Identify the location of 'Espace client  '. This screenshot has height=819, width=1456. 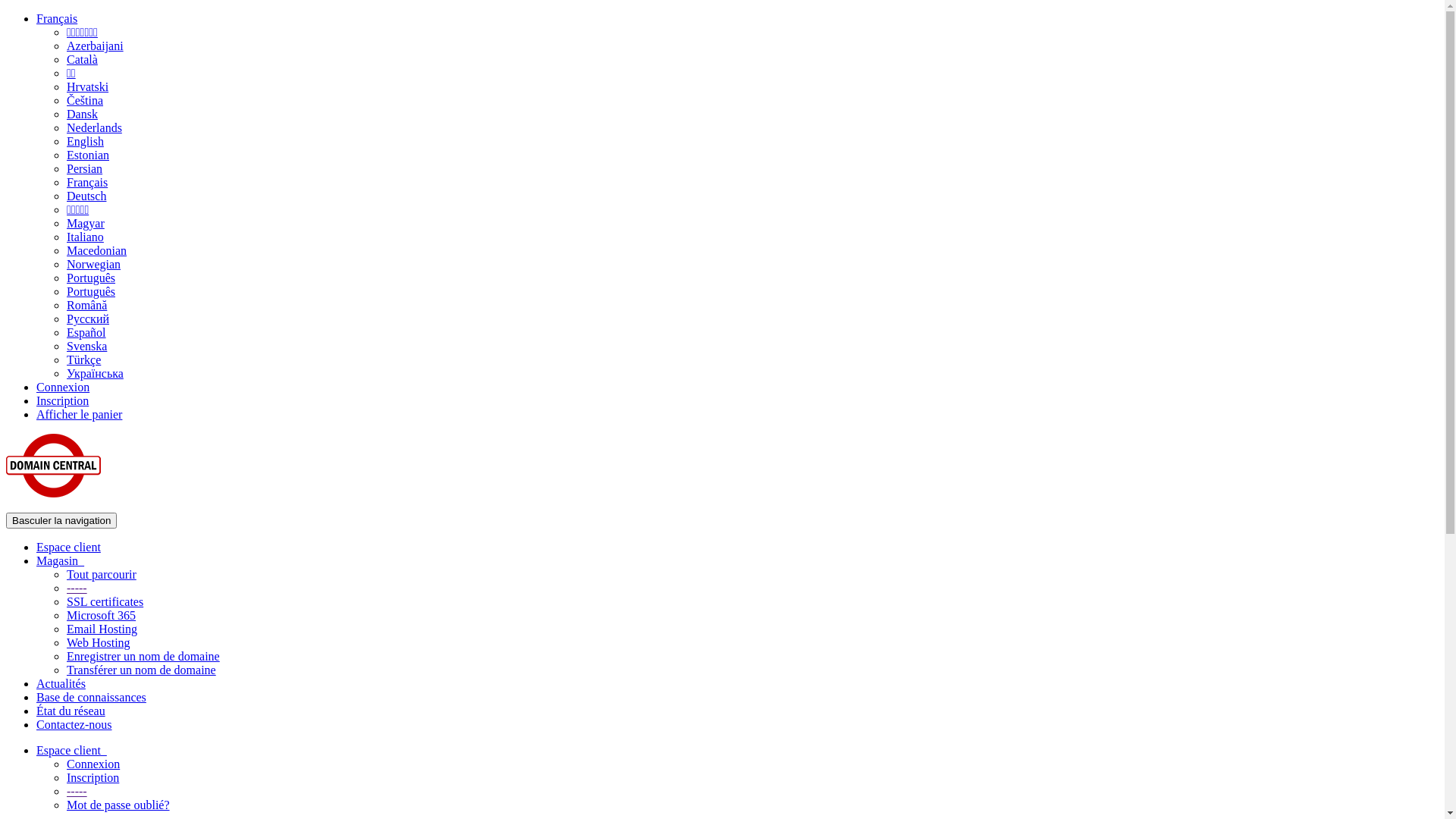
(71, 749).